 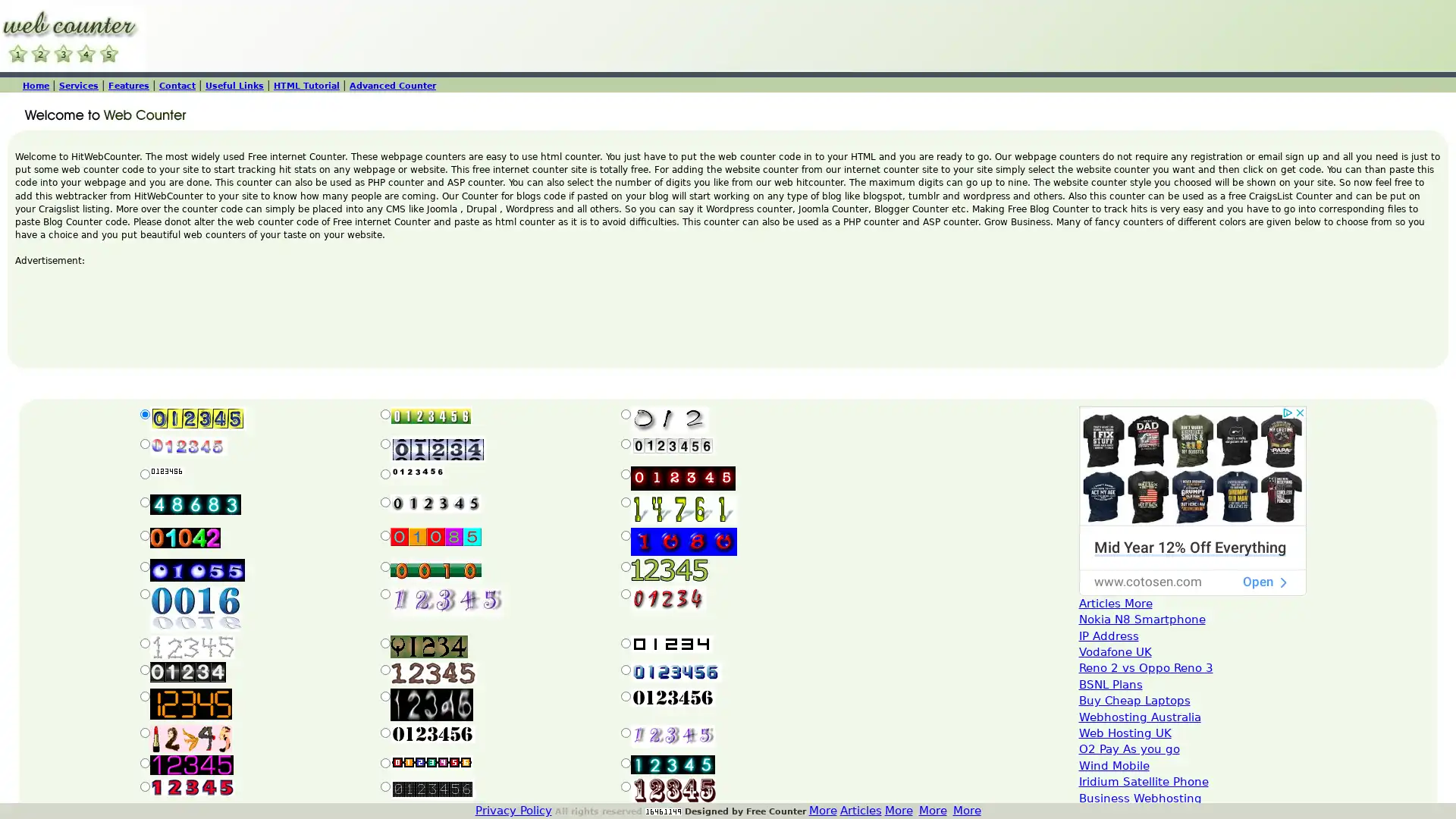 What do you see at coordinates (432, 672) in the screenshot?
I see `Submit` at bounding box center [432, 672].